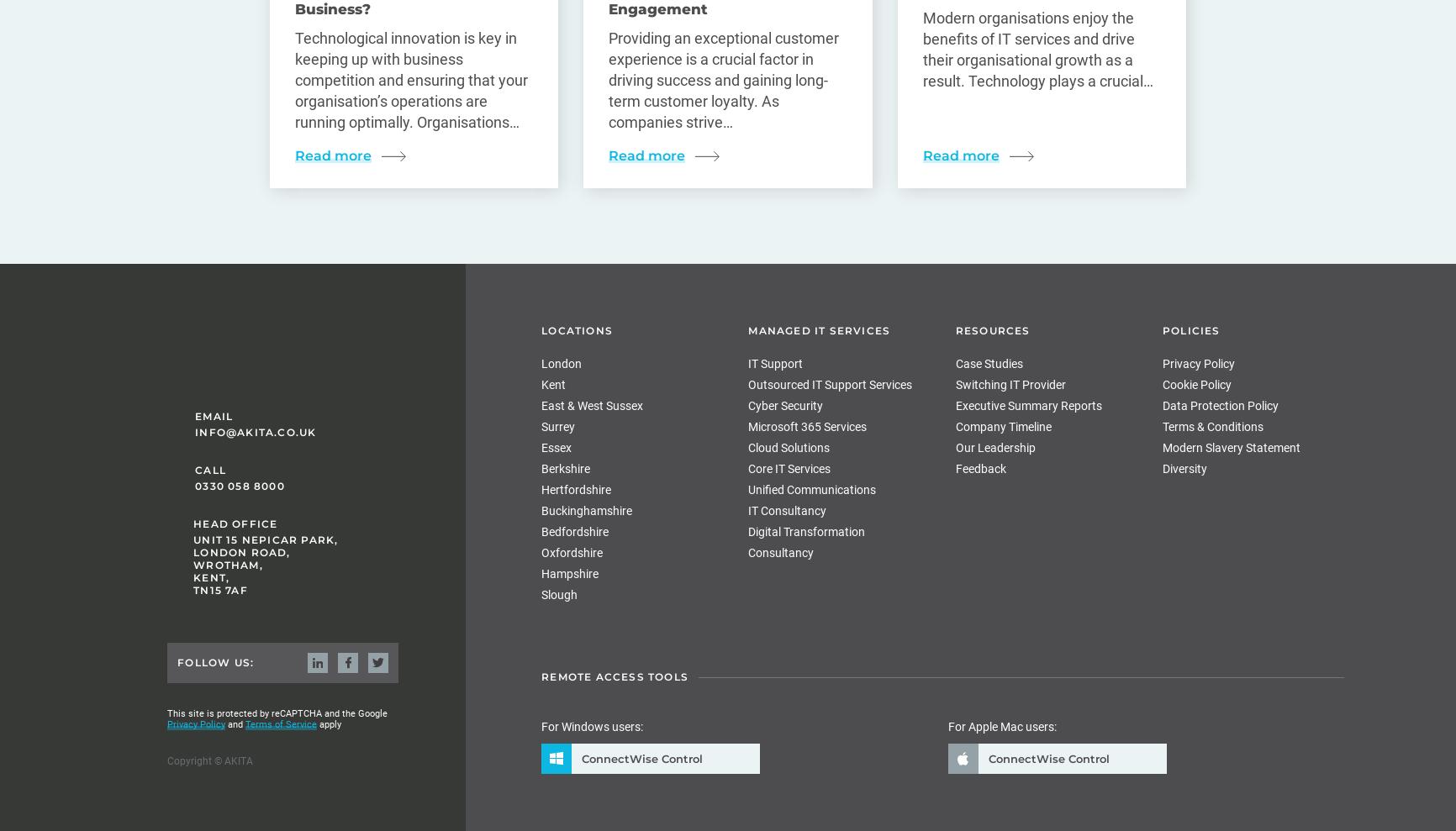 The image size is (1456, 831). What do you see at coordinates (541, 489) in the screenshot?
I see `'Hertfordshire'` at bounding box center [541, 489].